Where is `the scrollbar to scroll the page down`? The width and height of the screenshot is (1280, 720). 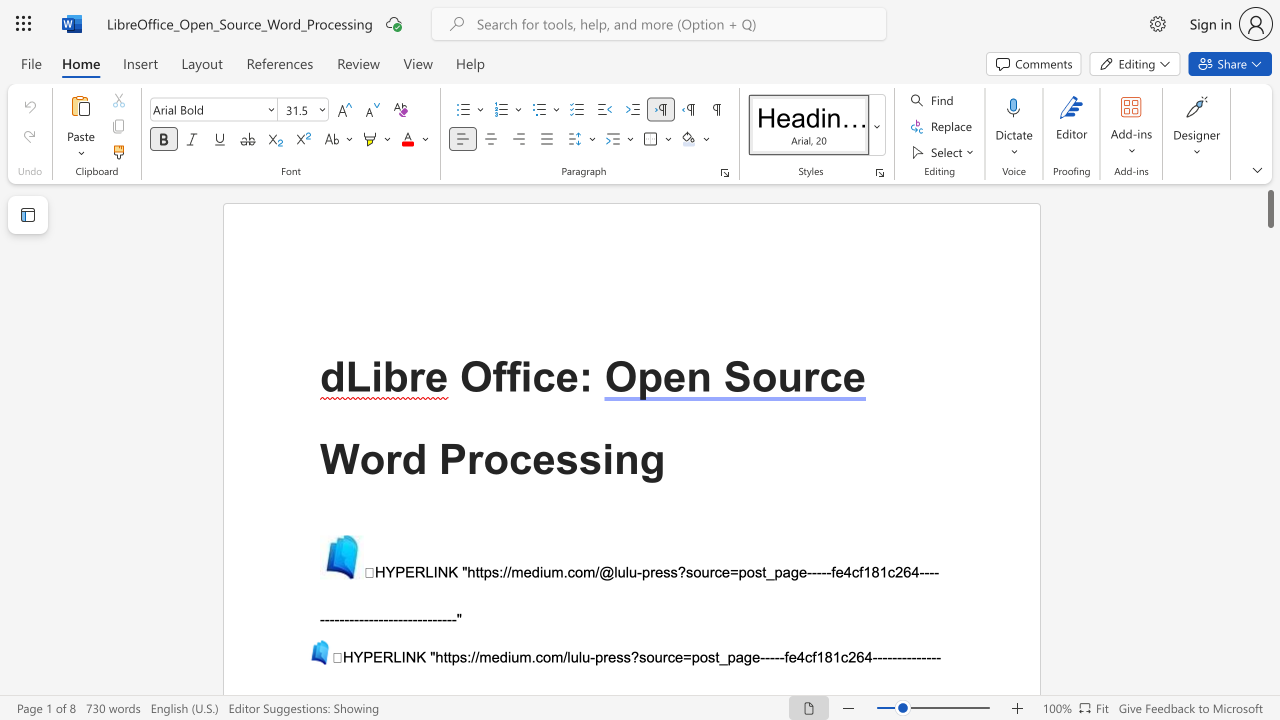 the scrollbar to scroll the page down is located at coordinates (1269, 428).